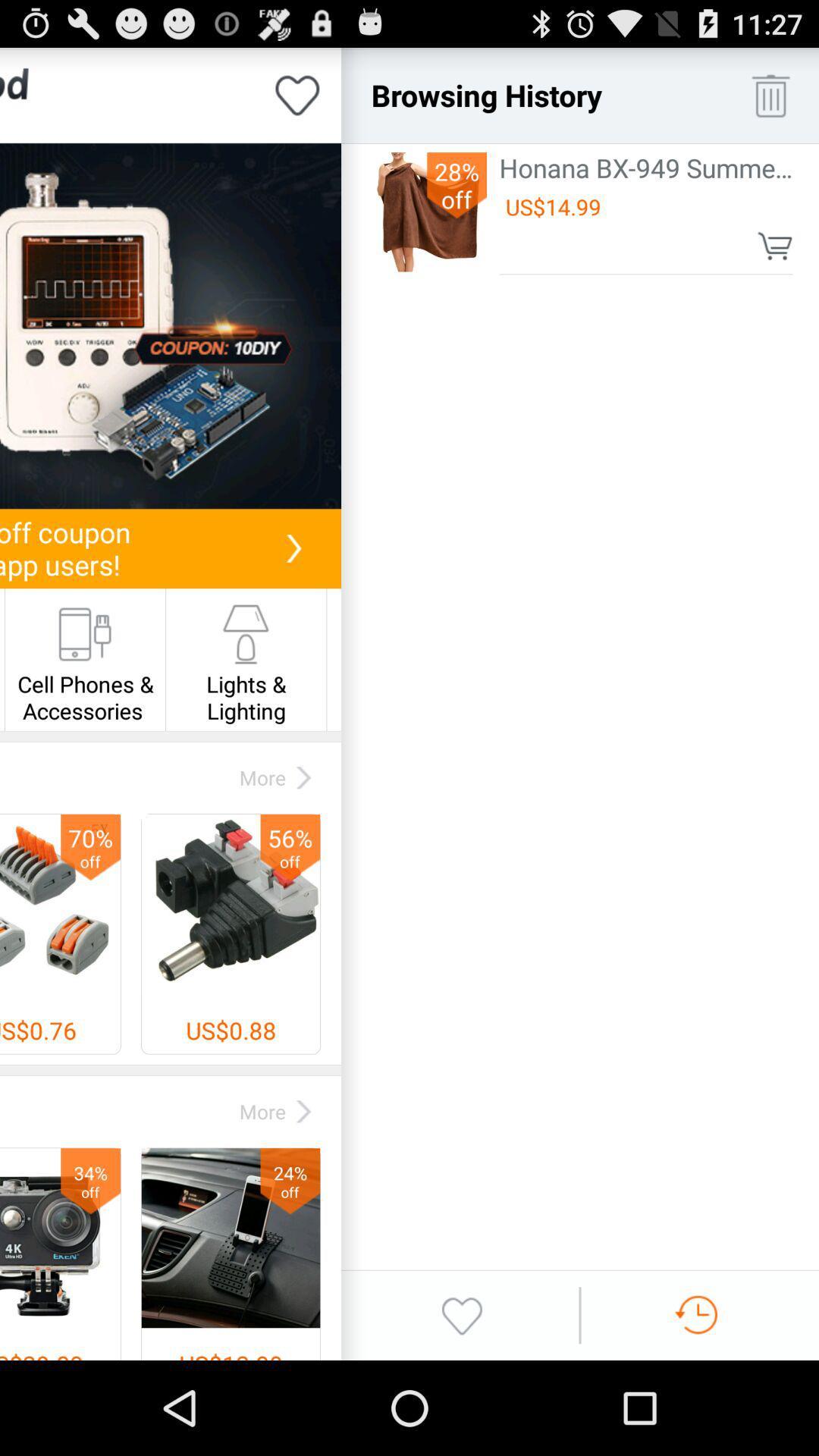 The height and width of the screenshot is (1456, 819). Describe the element at coordinates (14, 101) in the screenshot. I see `the label icon` at that location.